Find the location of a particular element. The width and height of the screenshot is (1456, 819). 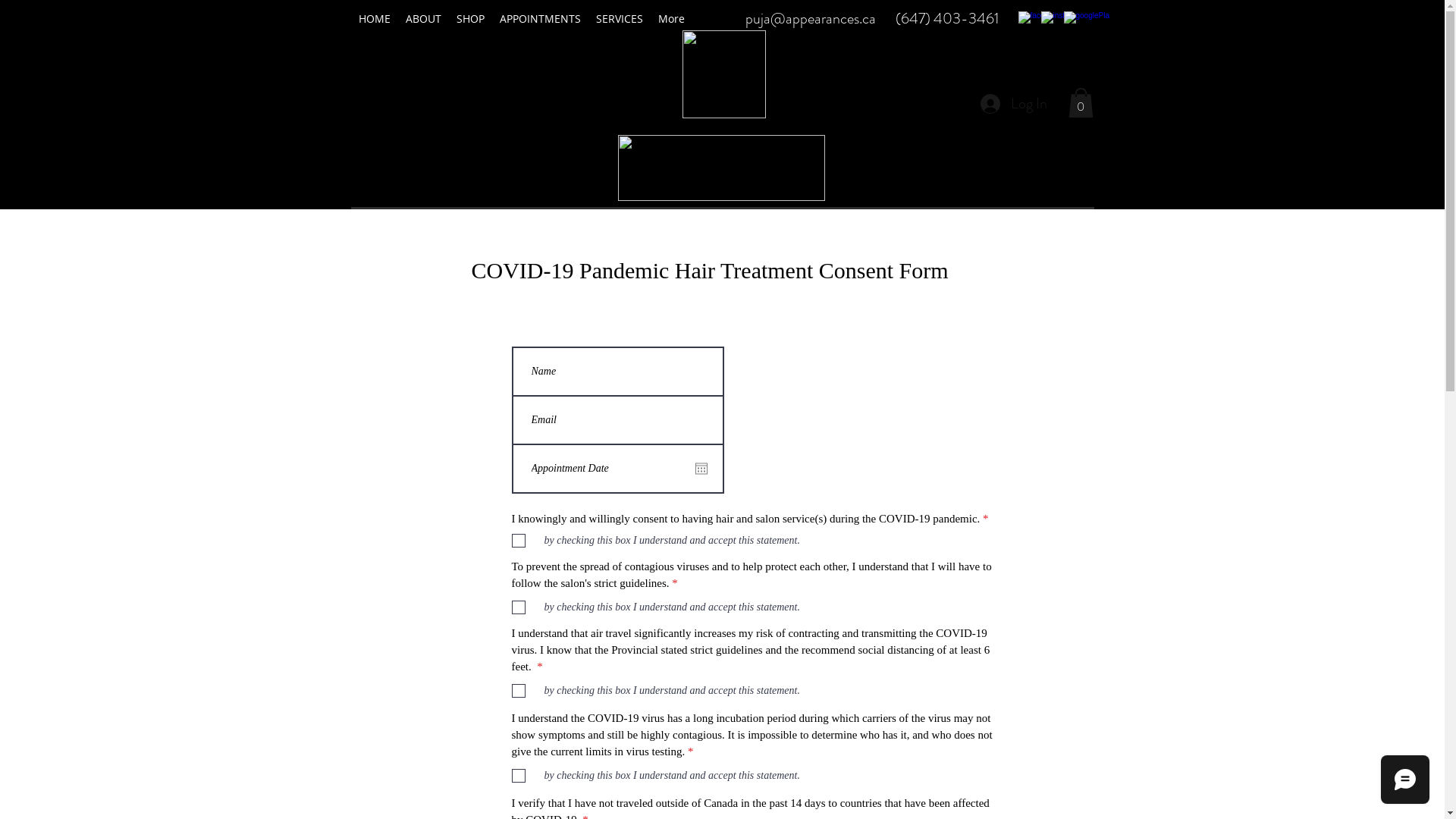

'APPOINTMENTS' is located at coordinates (539, 18).